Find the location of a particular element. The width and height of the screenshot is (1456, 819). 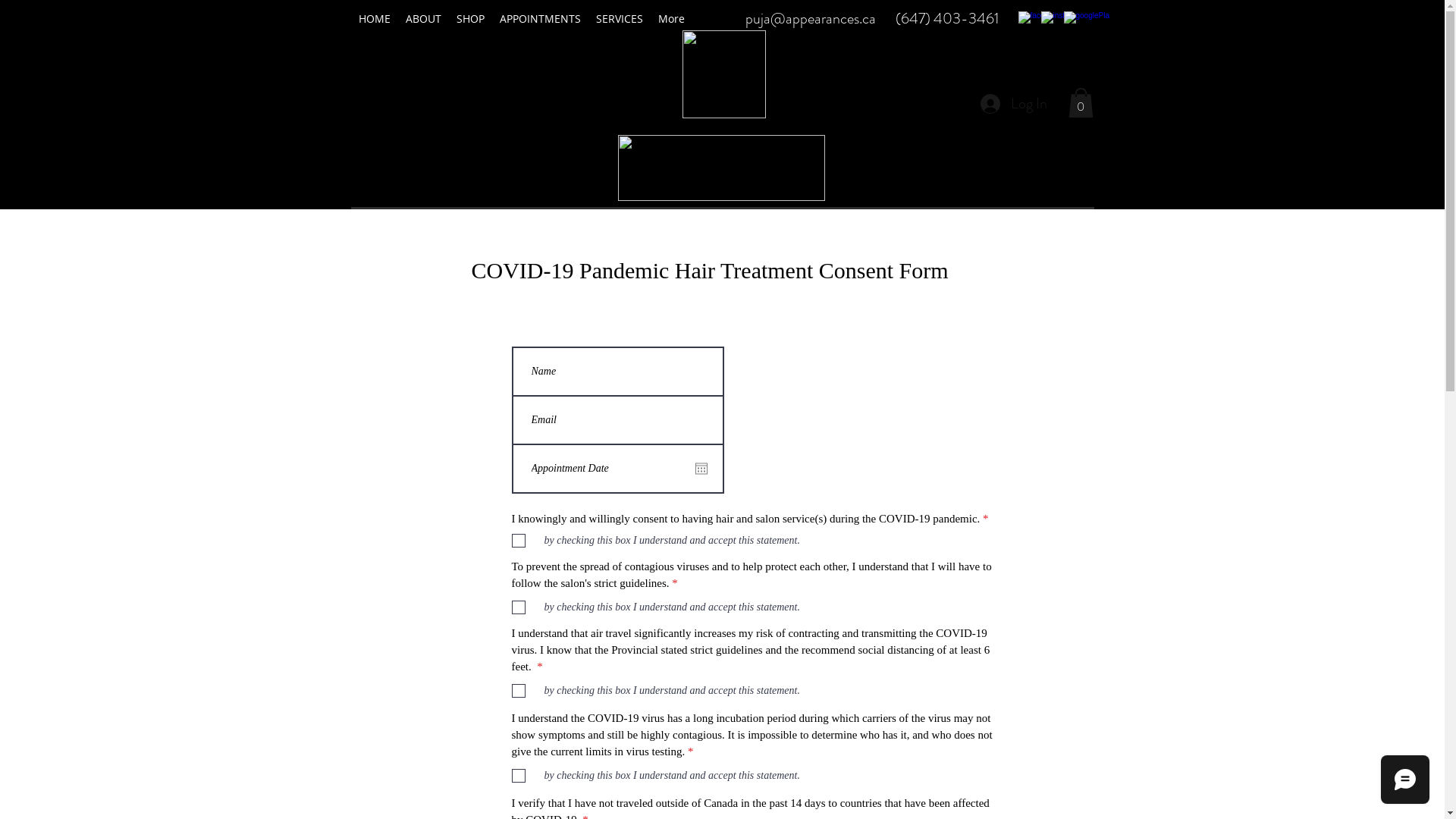

'APPOINTMENTS' is located at coordinates (539, 18).